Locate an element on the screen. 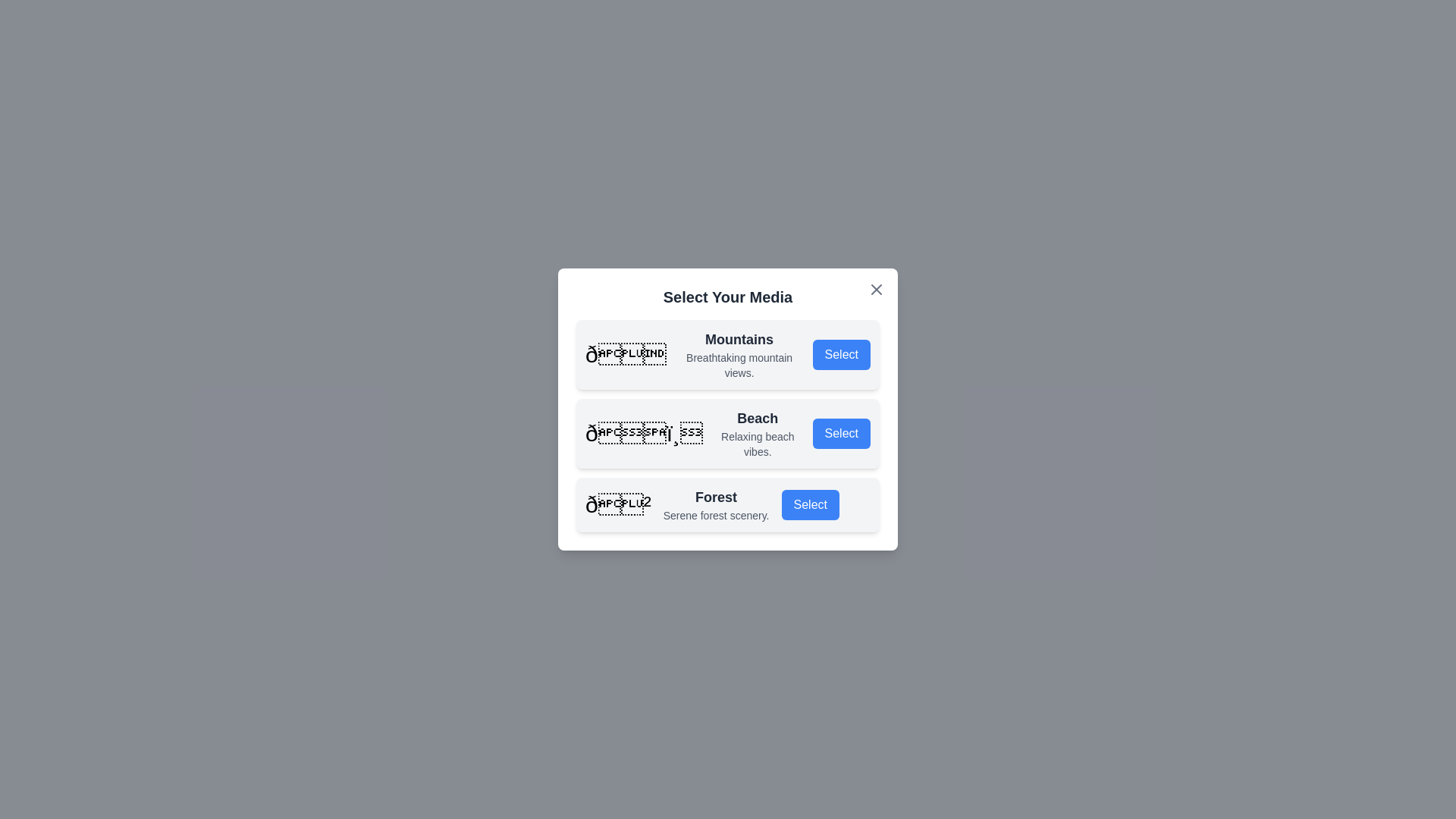  'Select' button for the specified media option Mountains is located at coordinates (840, 354).